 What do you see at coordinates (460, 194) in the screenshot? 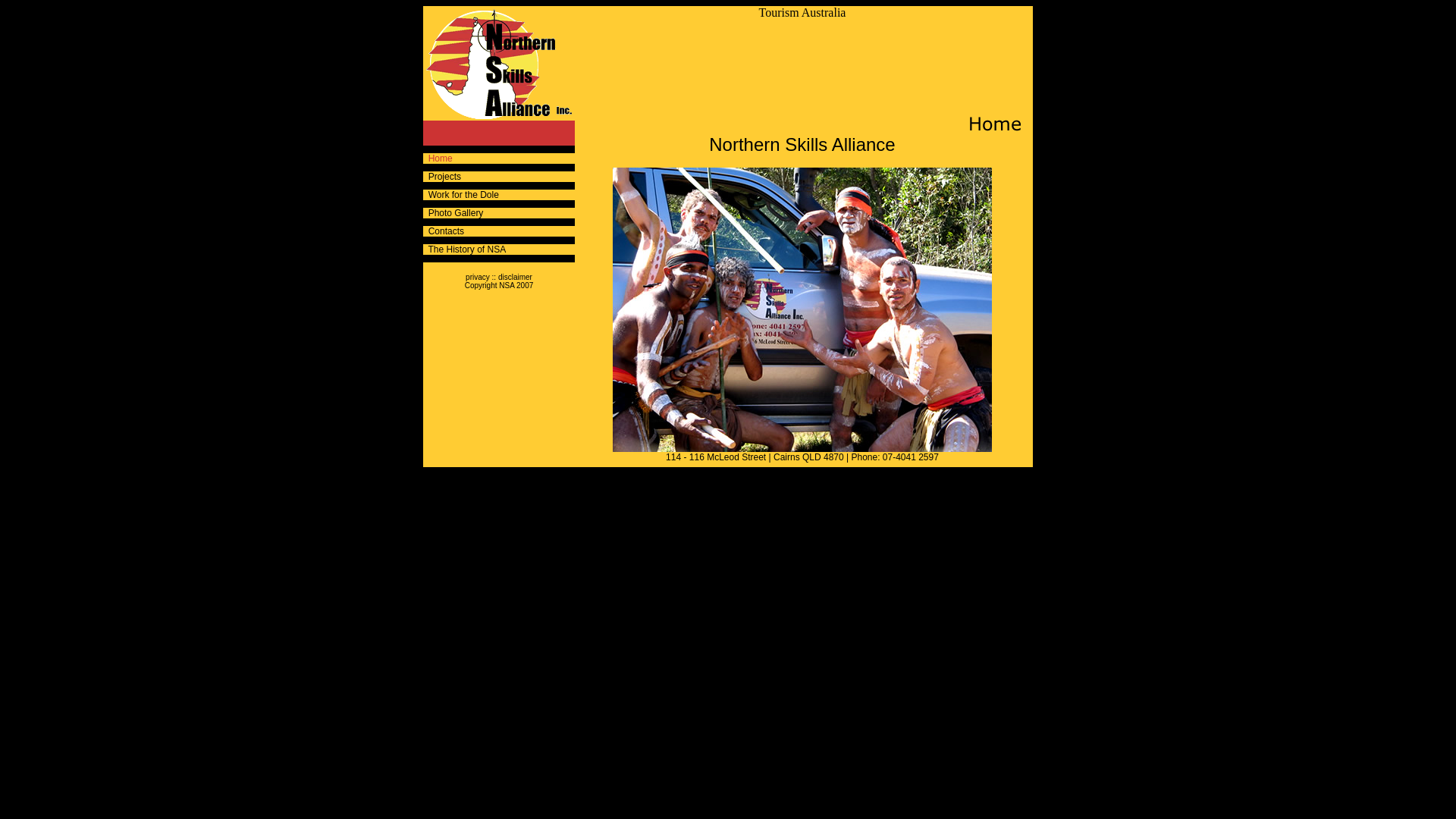
I see `'  Work for the Dole'` at bounding box center [460, 194].